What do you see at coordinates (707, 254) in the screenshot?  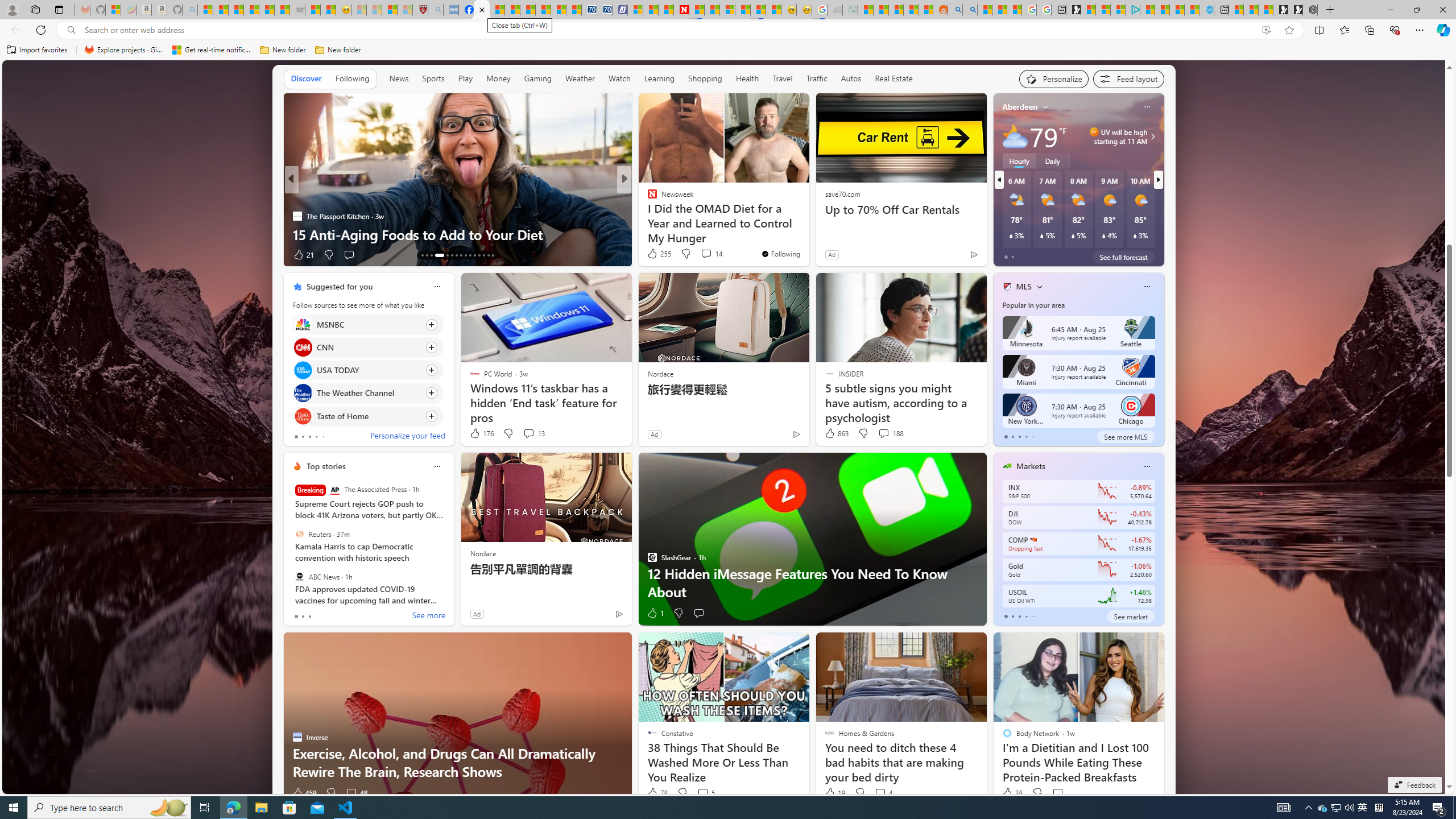 I see `'View comments 23 Comment'` at bounding box center [707, 254].